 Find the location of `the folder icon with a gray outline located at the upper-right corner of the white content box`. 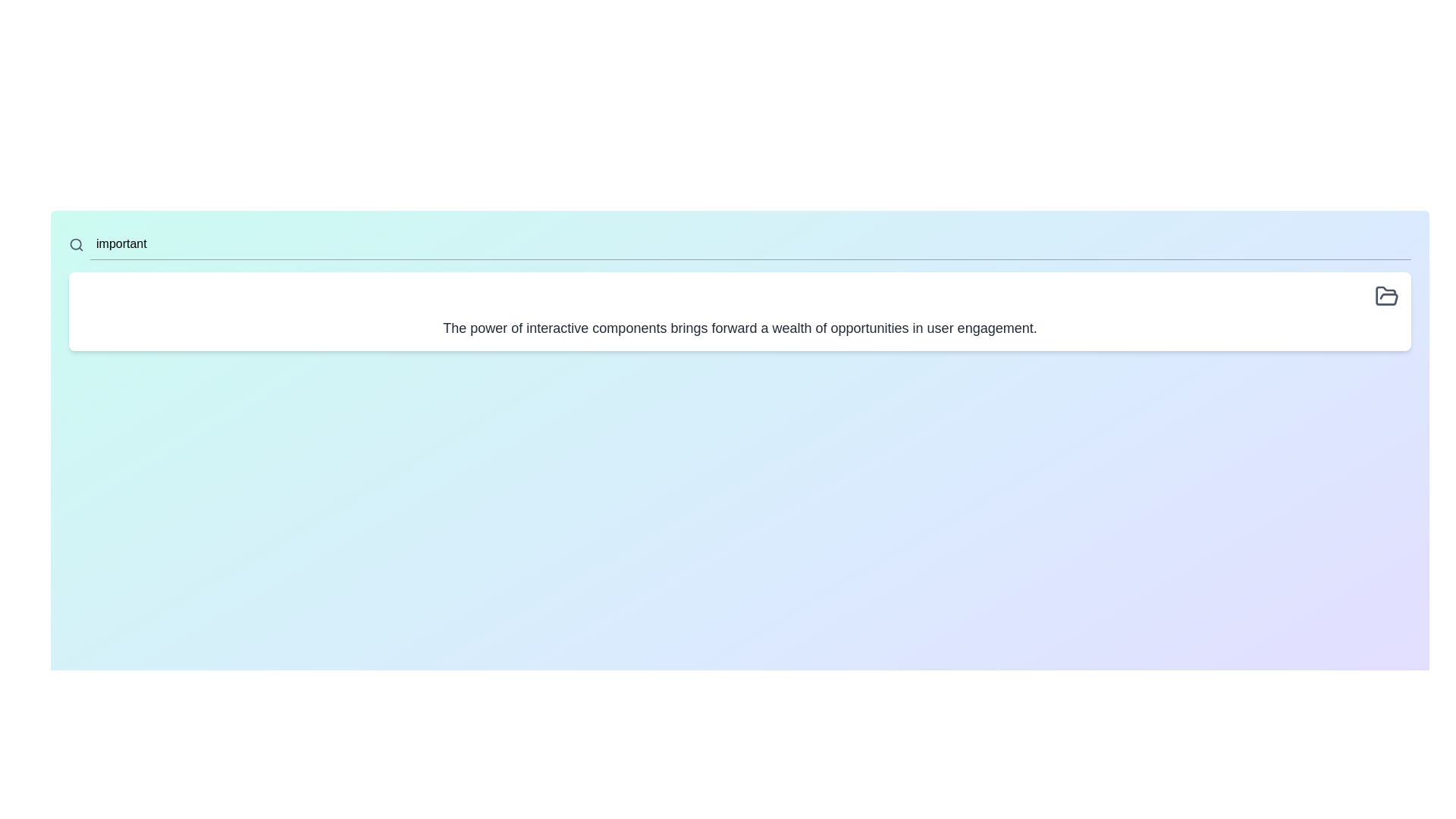

the folder icon with a gray outline located at the upper-right corner of the white content box is located at coordinates (1386, 296).